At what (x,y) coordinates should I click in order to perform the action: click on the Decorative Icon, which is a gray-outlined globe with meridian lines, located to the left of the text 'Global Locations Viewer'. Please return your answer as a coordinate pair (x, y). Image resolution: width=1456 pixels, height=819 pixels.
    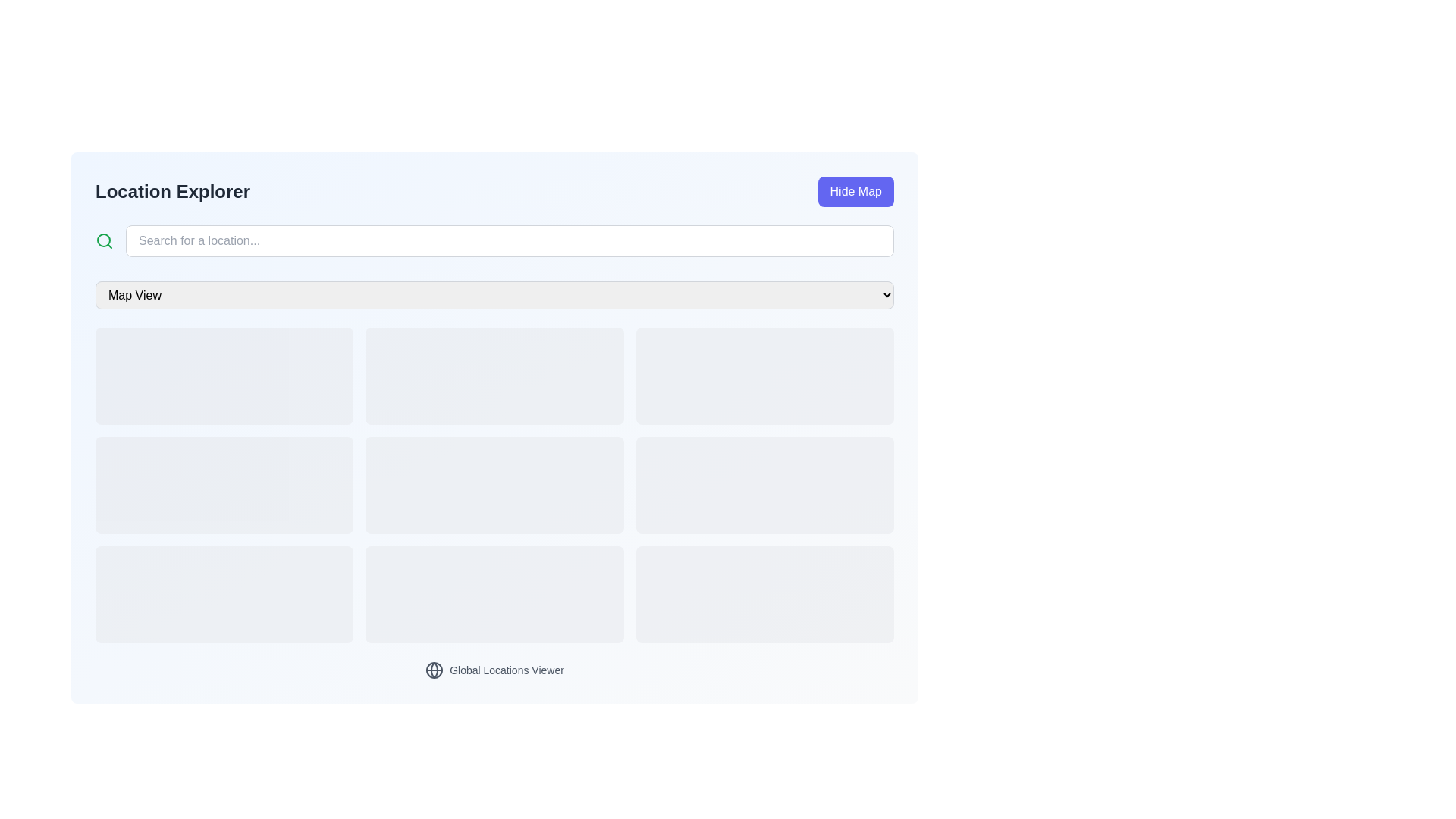
    Looking at the image, I should click on (434, 669).